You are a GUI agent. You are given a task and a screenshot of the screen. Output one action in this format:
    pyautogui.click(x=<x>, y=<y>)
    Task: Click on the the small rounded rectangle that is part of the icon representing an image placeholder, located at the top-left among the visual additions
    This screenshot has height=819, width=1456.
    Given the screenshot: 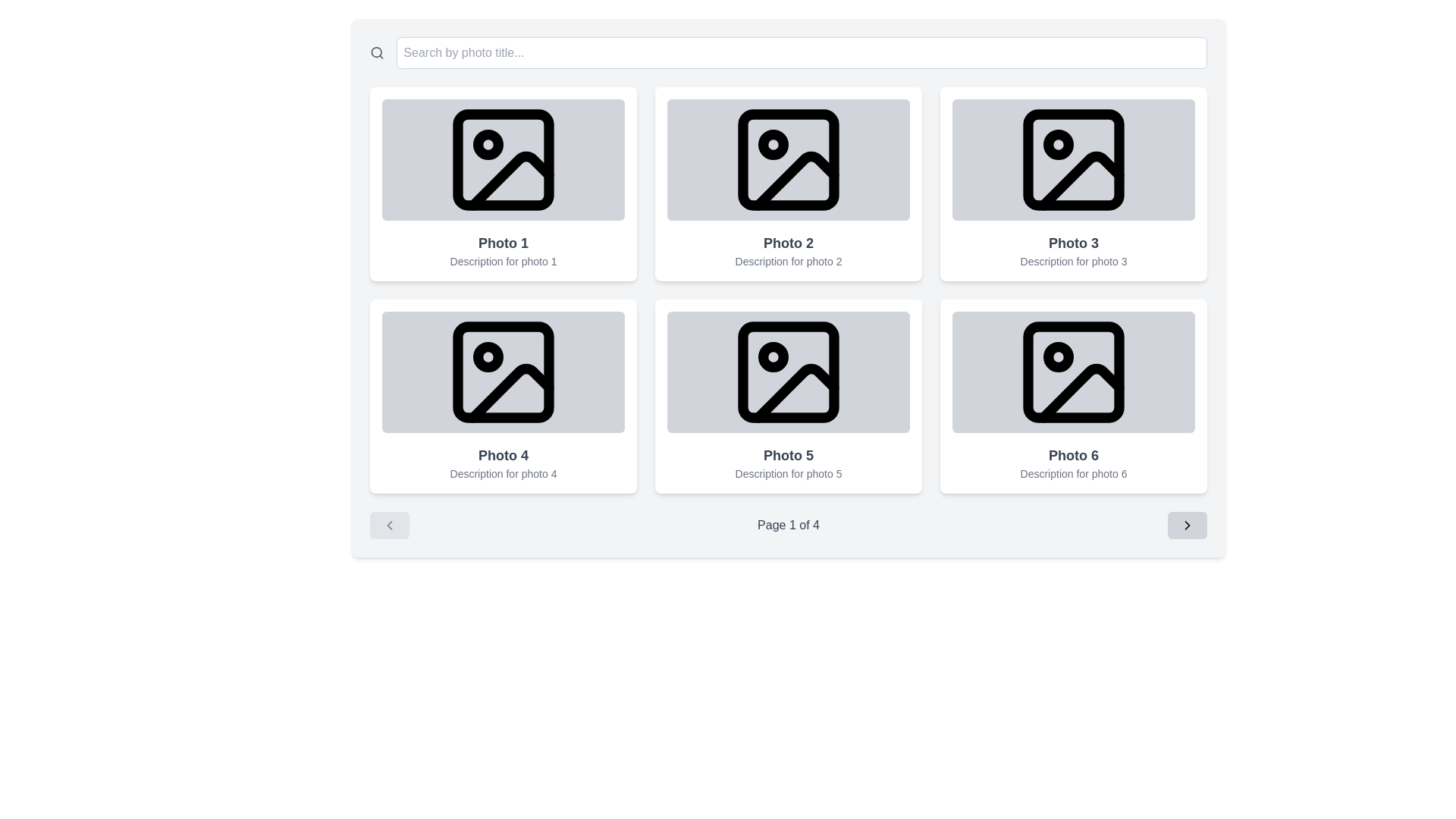 What is the action you would take?
    pyautogui.click(x=503, y=372)
    